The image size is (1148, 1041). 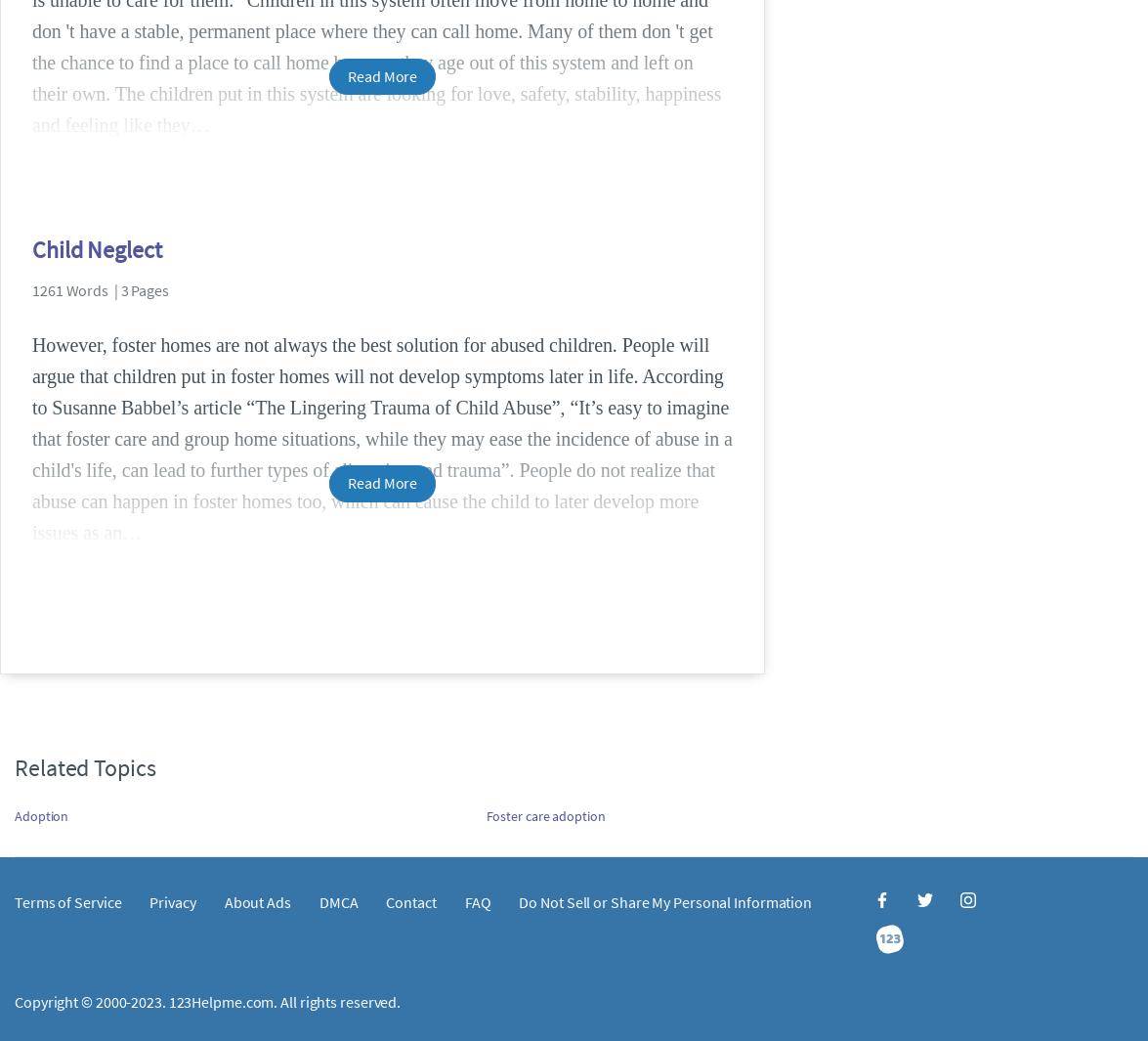 I want to click on 'Terms of Service', so click(x=67, y=900).